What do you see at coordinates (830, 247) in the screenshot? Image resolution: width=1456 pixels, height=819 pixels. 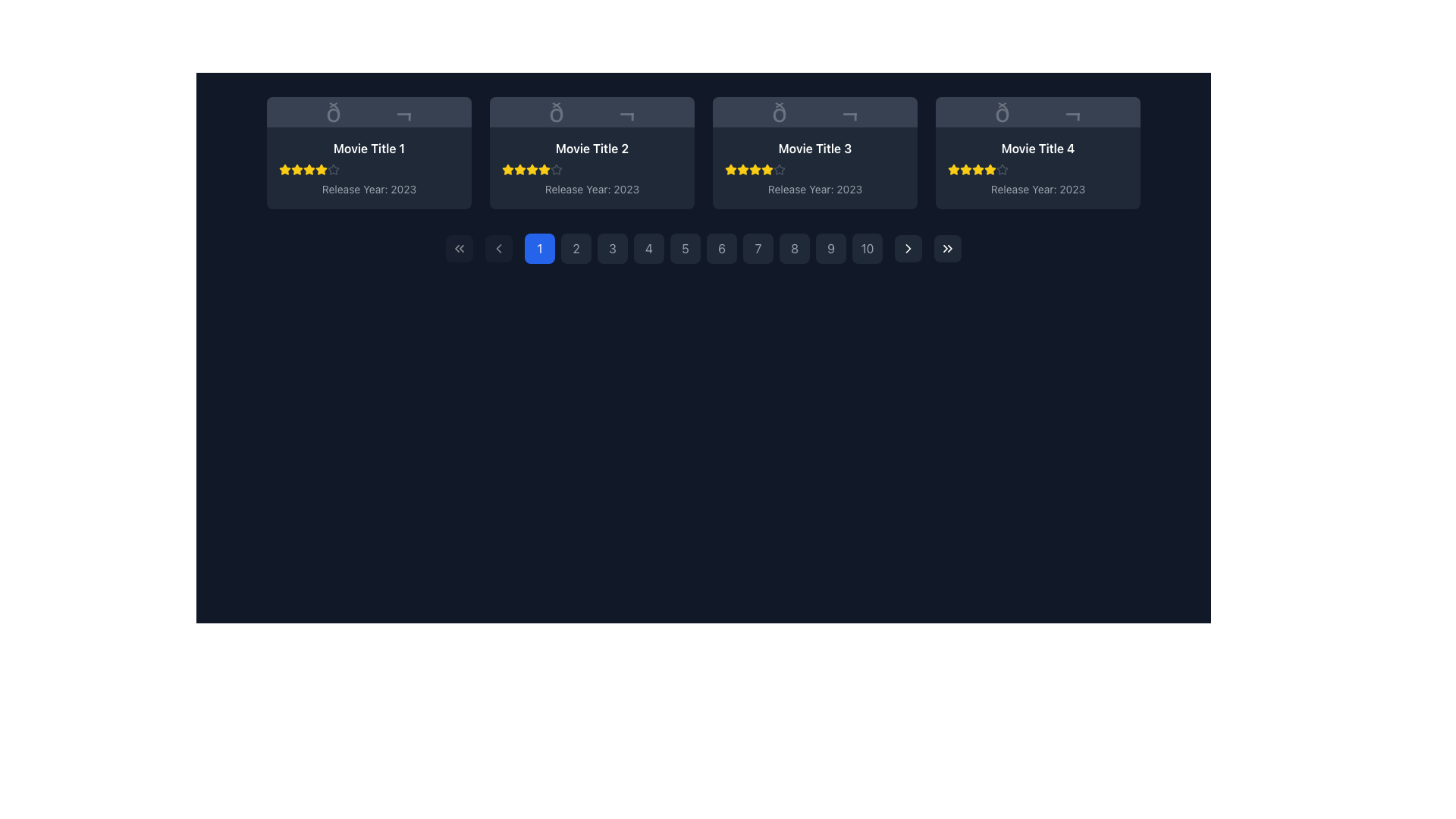 I see `the ninth pagination button located centrally at the bottom of the interface` at bounding box center [830, 247].